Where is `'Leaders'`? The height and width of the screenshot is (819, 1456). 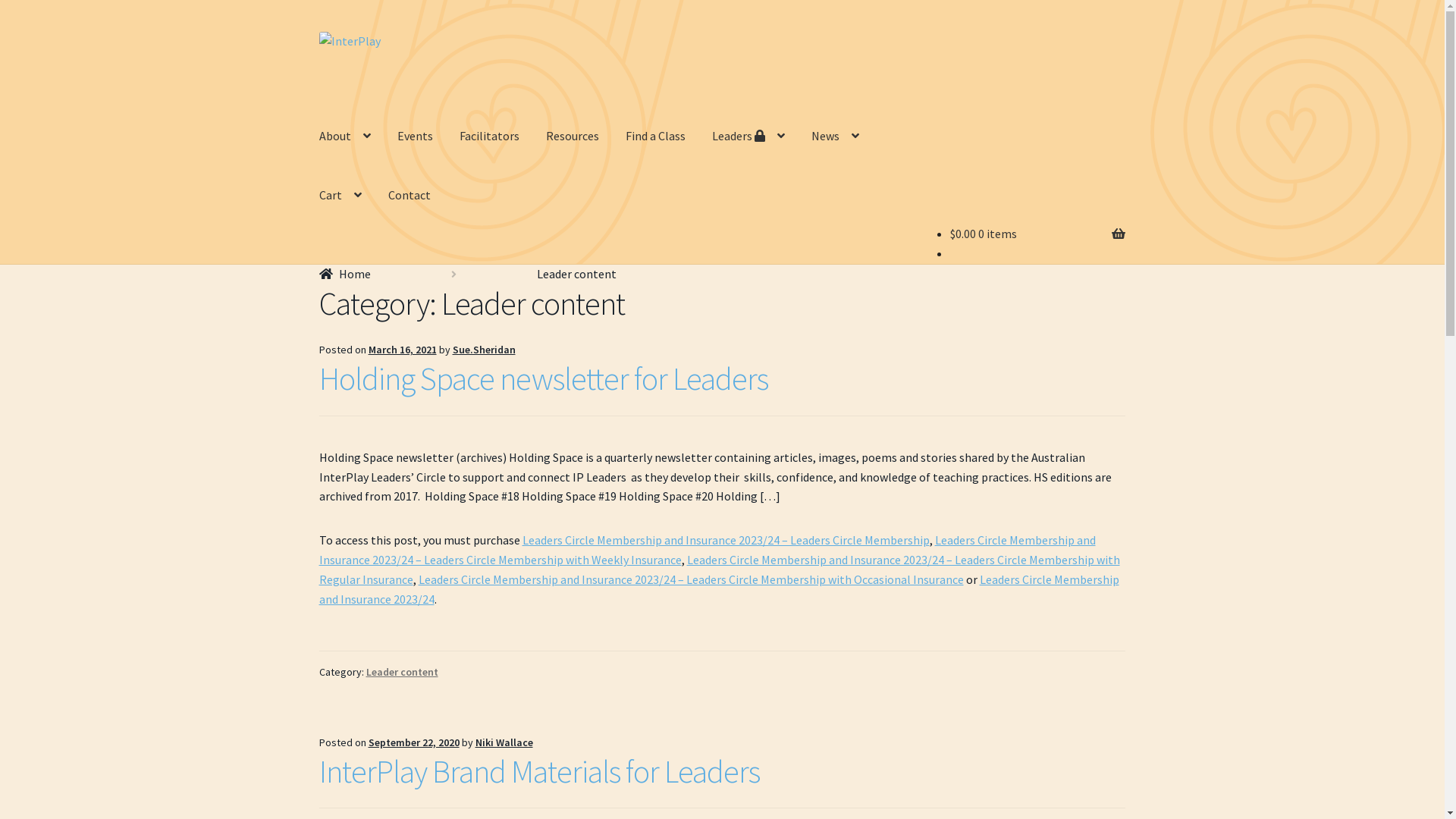 'Leaders' is located at coordinates (748, 136).